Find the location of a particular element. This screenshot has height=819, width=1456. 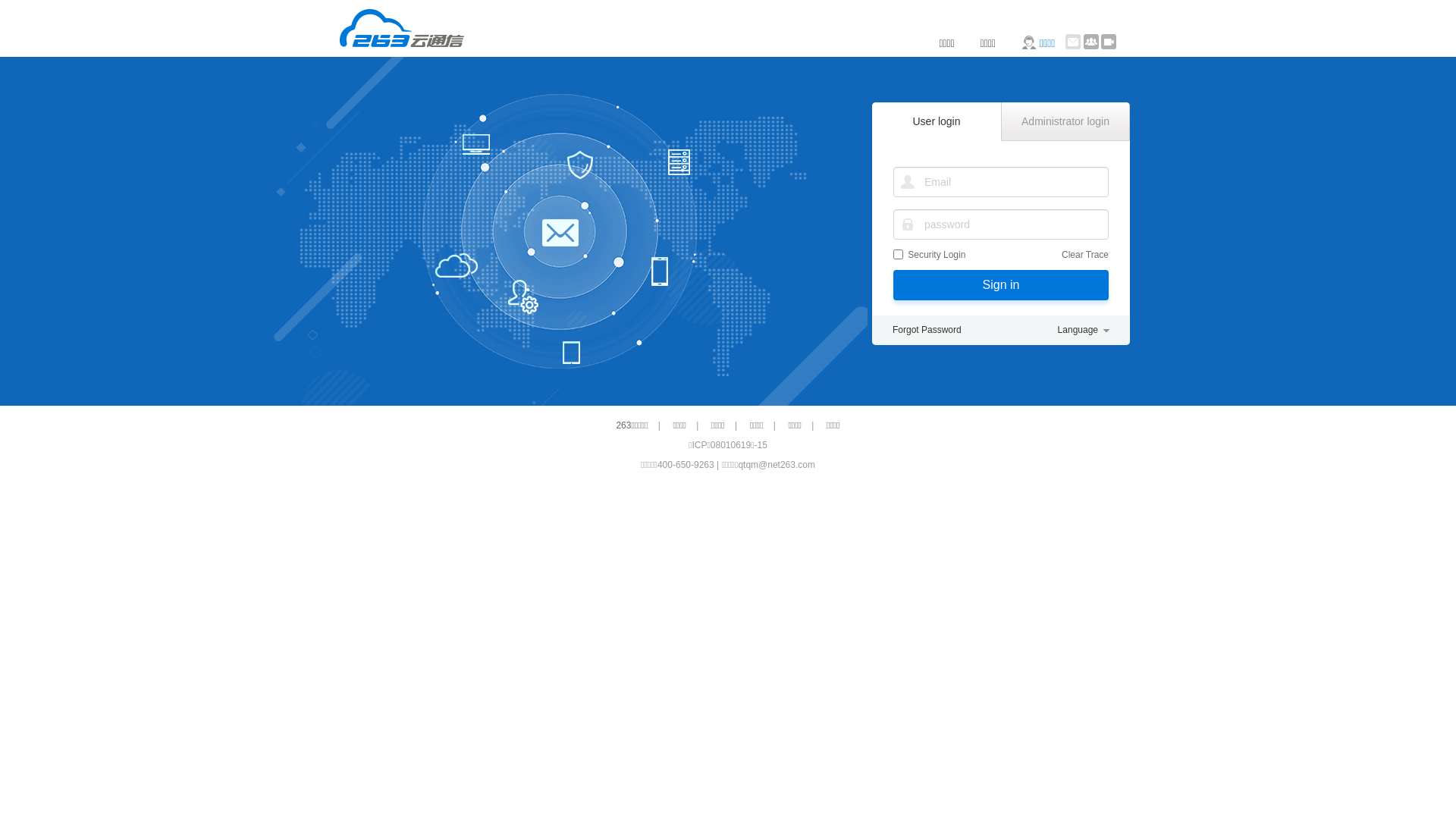

'Forgot Password' is located at coordinates (926, 329).